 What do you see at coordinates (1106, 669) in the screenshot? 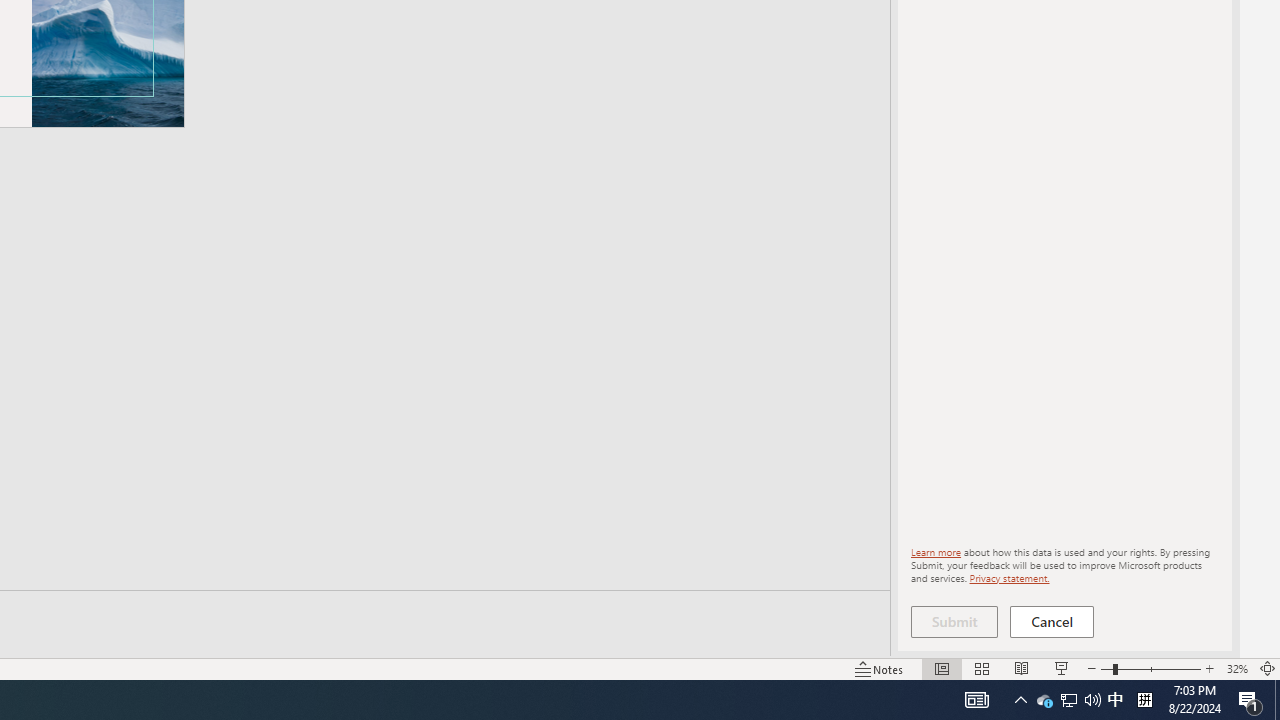
I see `'Zoom Out'` at bounding box center [1106, 669].